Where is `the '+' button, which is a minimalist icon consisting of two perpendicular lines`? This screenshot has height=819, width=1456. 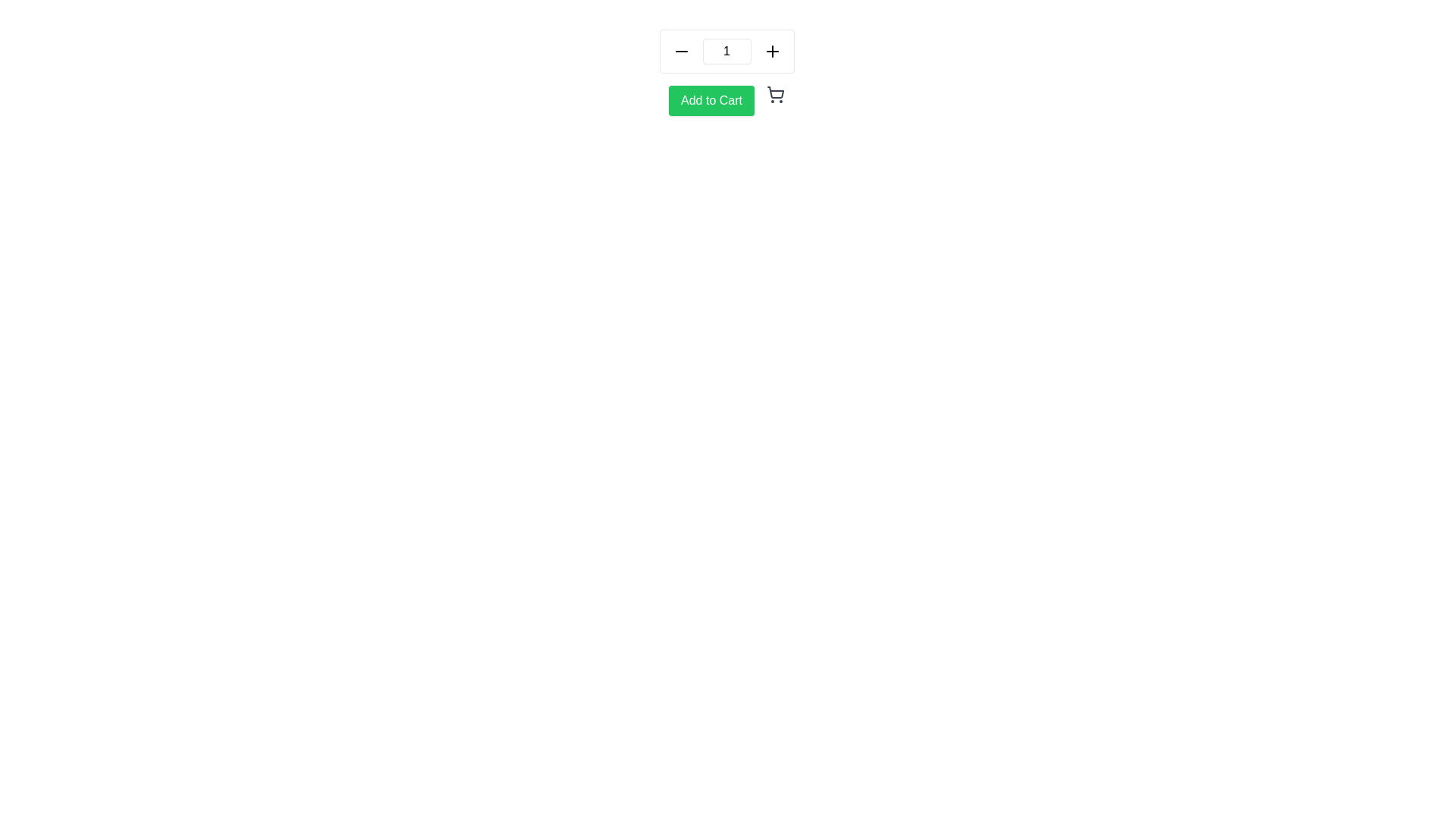 the '+' button, which is a minimalist icon consisting of two perpendicular lines is located at coordinates (772, 51).